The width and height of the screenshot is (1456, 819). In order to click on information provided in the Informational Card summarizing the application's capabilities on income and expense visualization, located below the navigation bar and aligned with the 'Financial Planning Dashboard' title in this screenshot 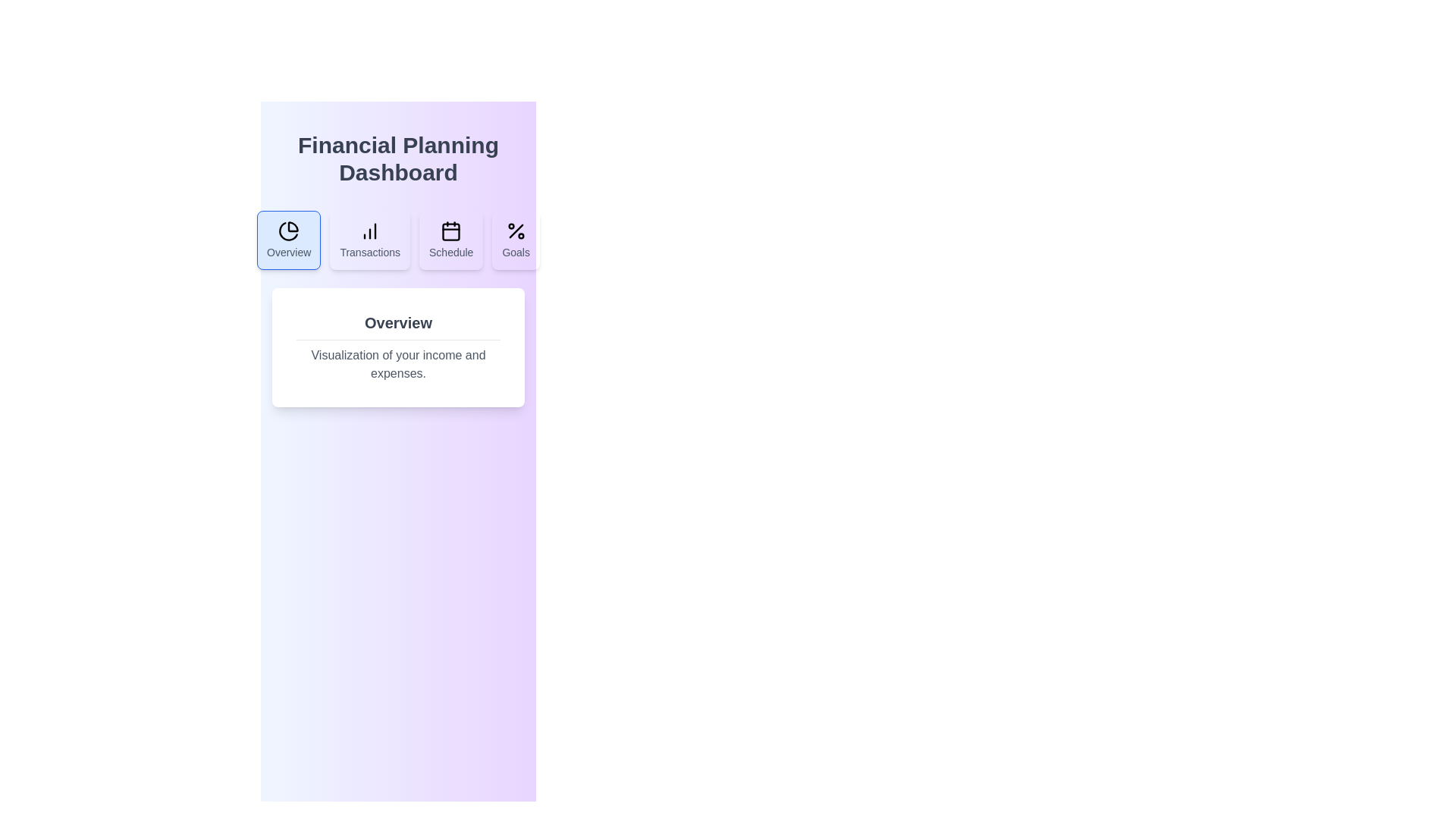, I will do `click(398, 347)`.